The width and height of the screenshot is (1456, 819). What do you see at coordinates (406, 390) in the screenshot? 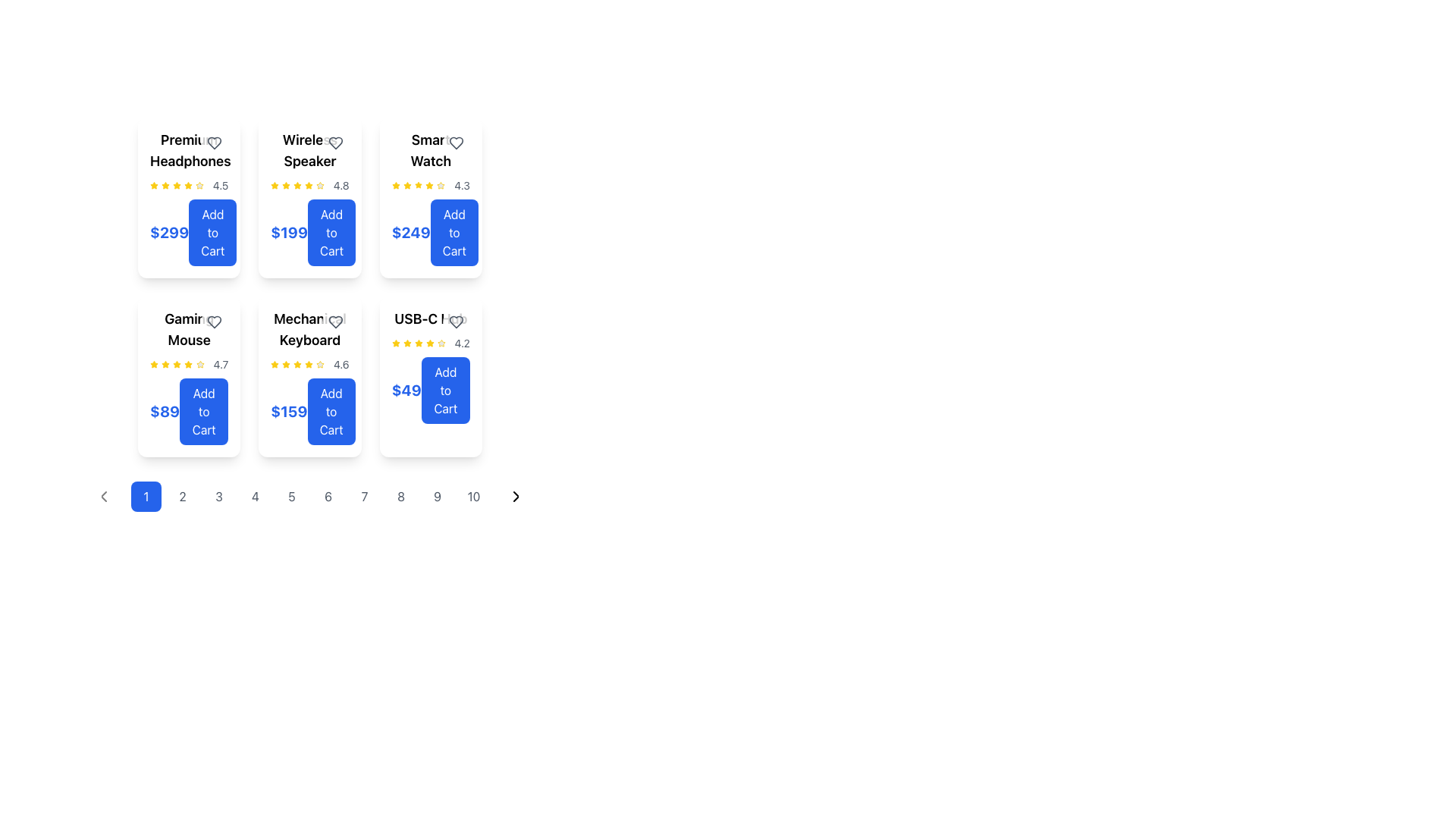
I see `the displayed price '$49' in the card layout for the 'USB-C Hub' product, located to the left of the 'Add to Cart' button` at bounding box center [406, 390].